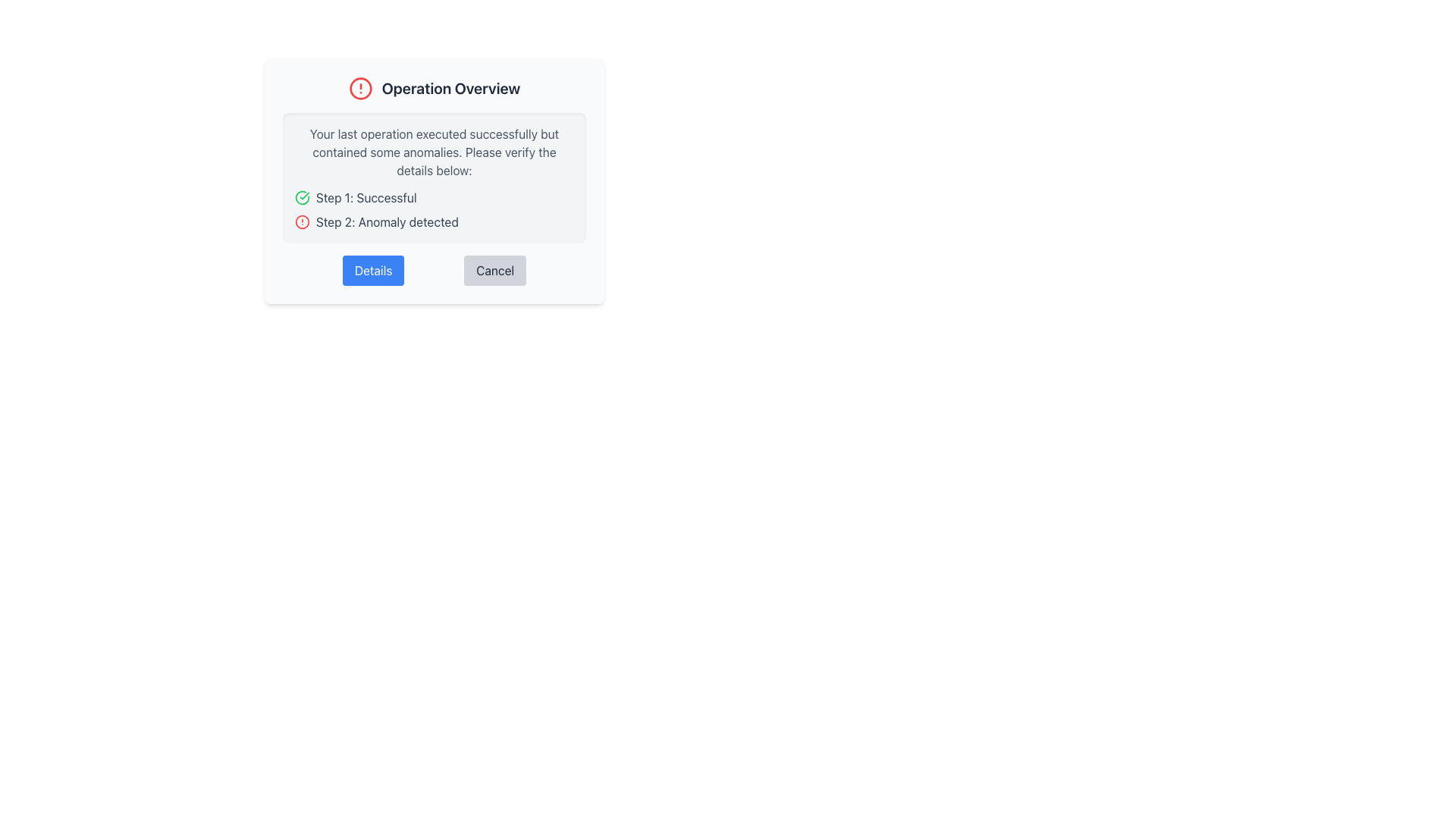 This screenshot has width=1456, height=819. Describe the element at coordinates (373, 270) in the screenshot. I see `the rectangular button labeled 'Details' with white text on a blue background to initiate the related action` at that location.